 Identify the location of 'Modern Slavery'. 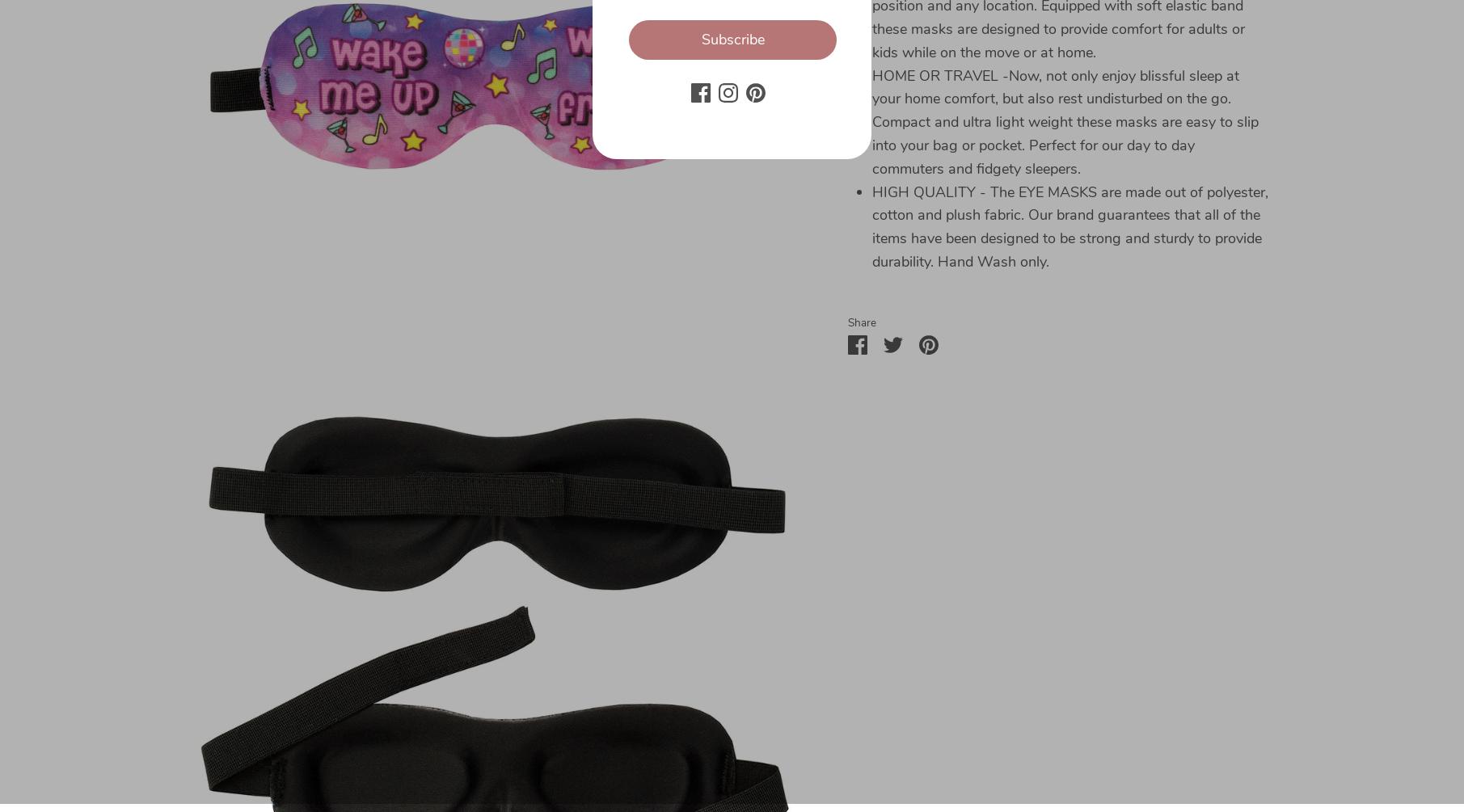
(133, 638).